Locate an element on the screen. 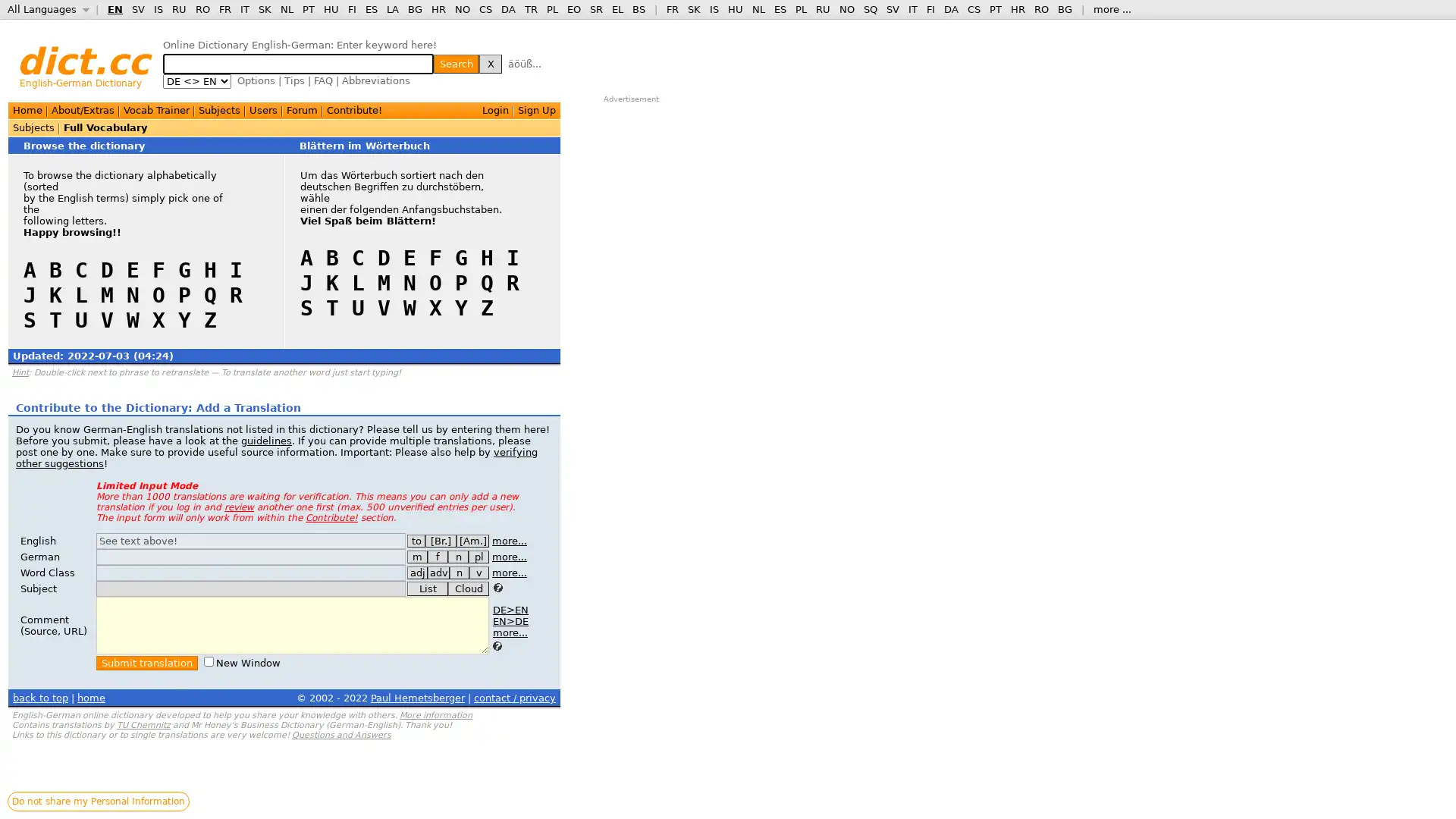 The height and width of the screenshot is (819, 1456). adj is located at coordinates (417, 573).